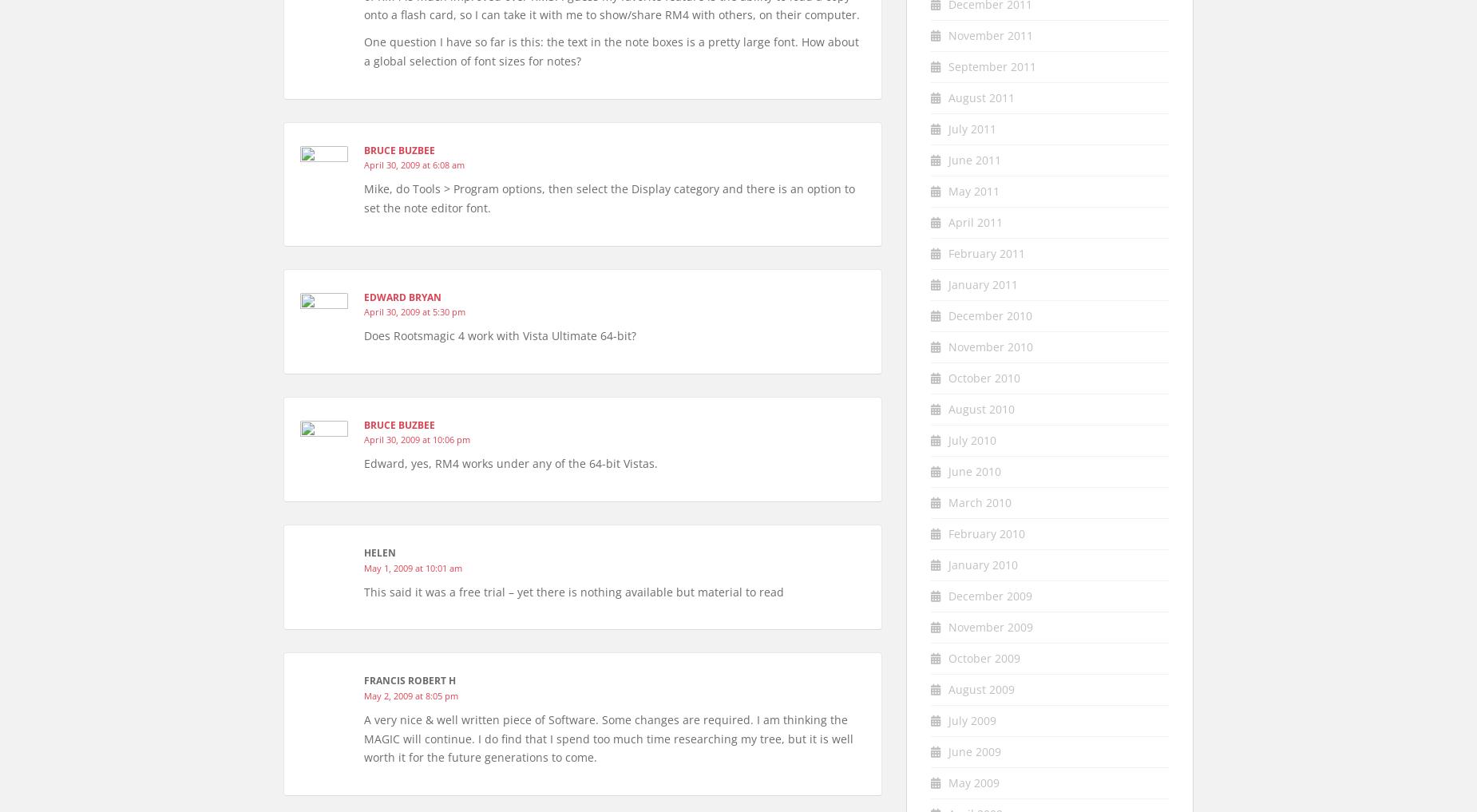  I want to click on 'August 2011', so click(980, 96).